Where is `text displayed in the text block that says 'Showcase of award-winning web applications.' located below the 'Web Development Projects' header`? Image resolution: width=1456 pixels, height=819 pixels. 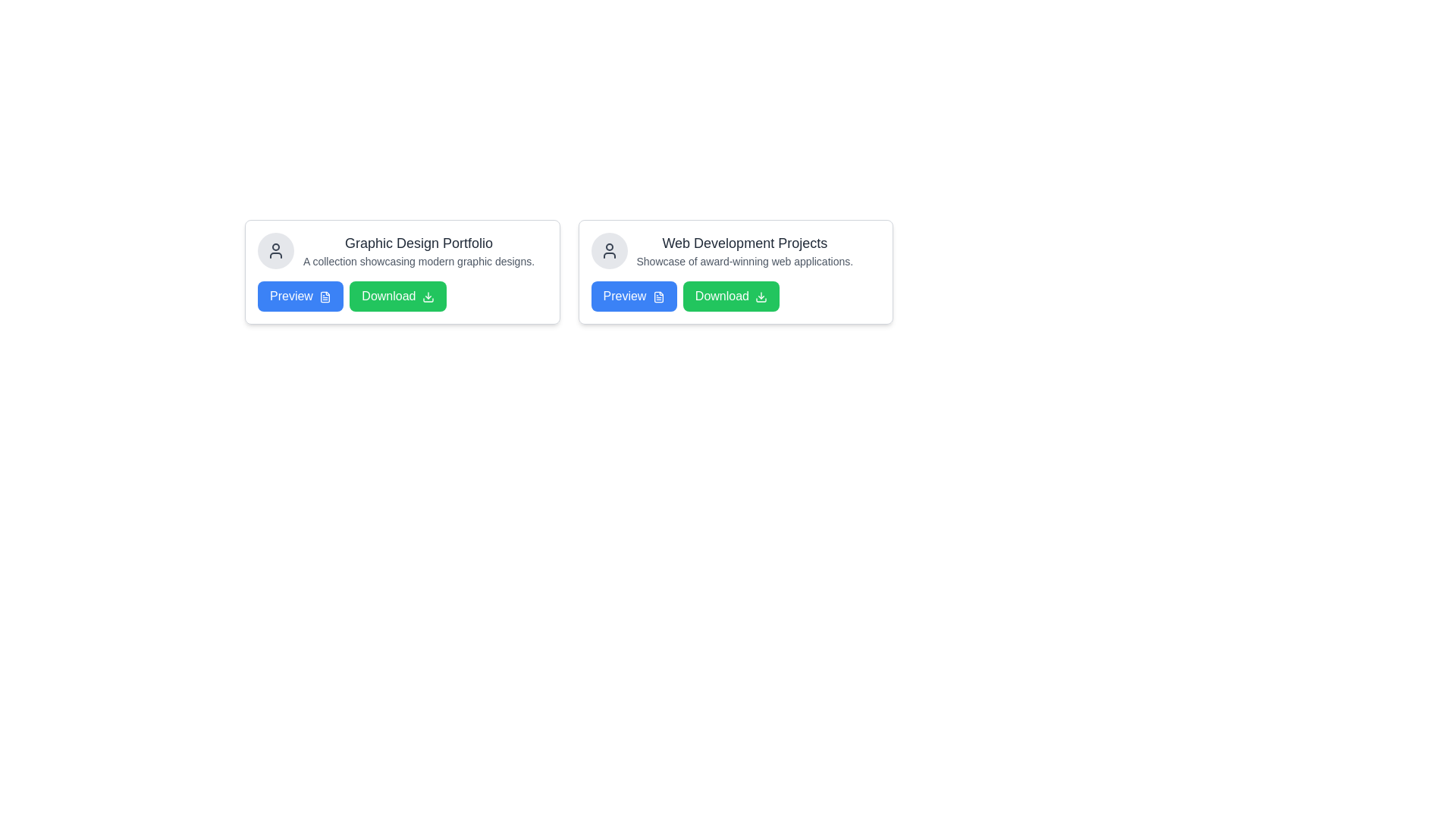 text displayed in the text block that says 'Showcase of award-winning web applications.' located below the 'Web Development Projects' header is located at coordinates (745, 260).